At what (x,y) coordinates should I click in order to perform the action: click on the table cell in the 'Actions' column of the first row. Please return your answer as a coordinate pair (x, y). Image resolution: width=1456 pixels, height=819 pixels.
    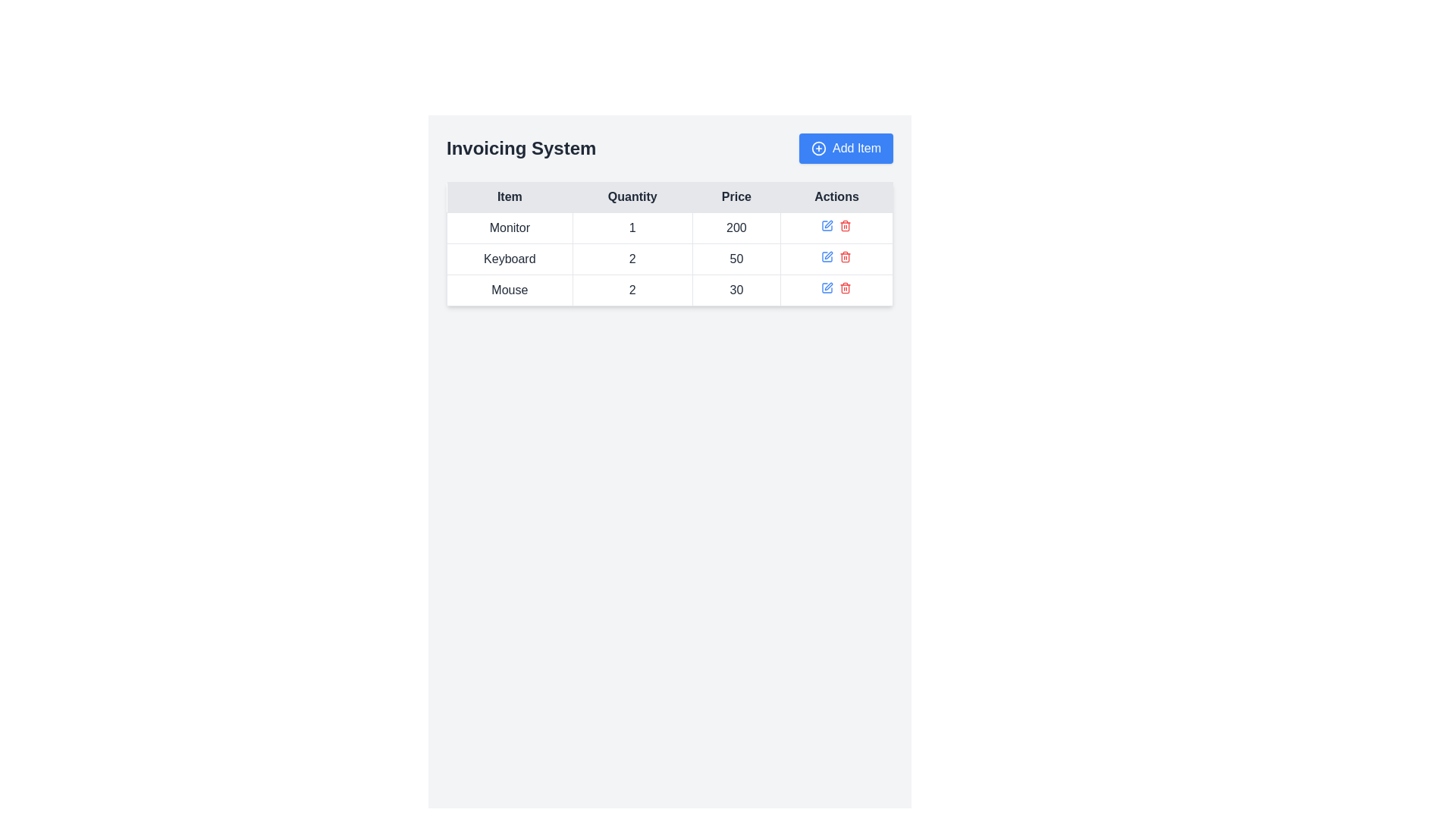
    Looking at the image, I should click on (836, 227).